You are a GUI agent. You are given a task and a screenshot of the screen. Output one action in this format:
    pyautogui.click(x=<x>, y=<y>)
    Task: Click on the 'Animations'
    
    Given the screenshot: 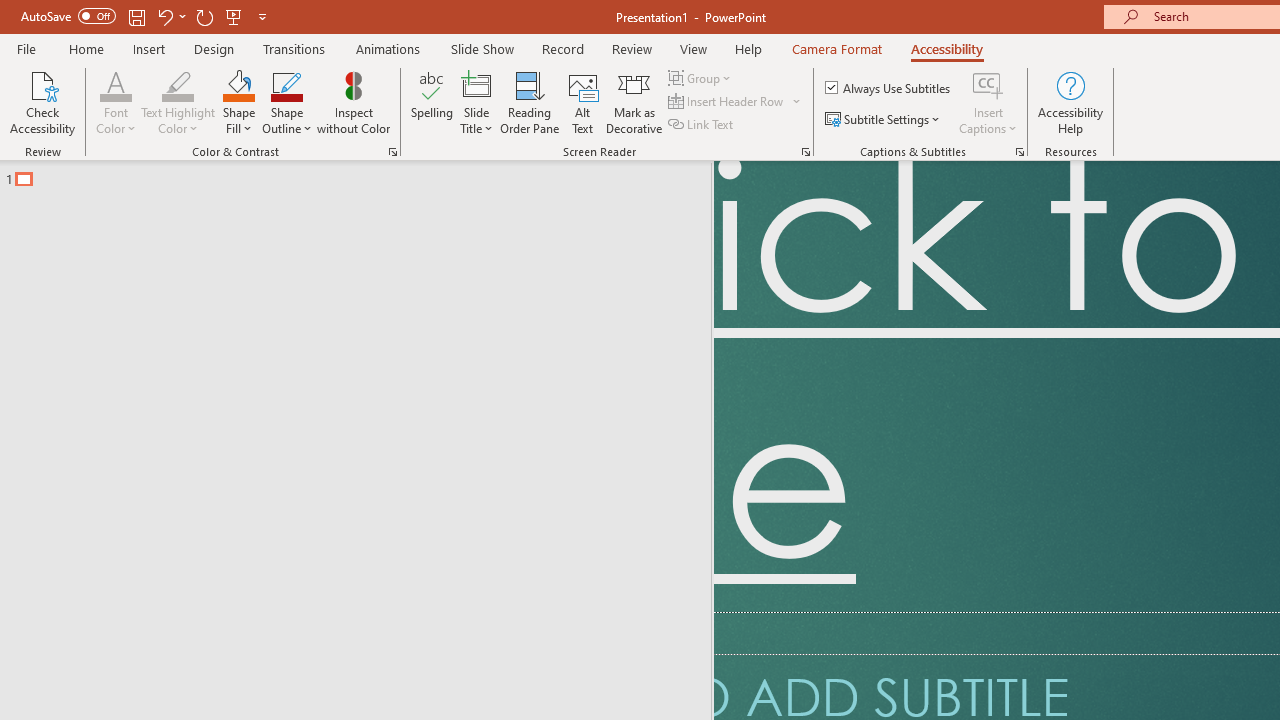 What is the action you would take?
    pyautogui.click(x=388, y=48)
    